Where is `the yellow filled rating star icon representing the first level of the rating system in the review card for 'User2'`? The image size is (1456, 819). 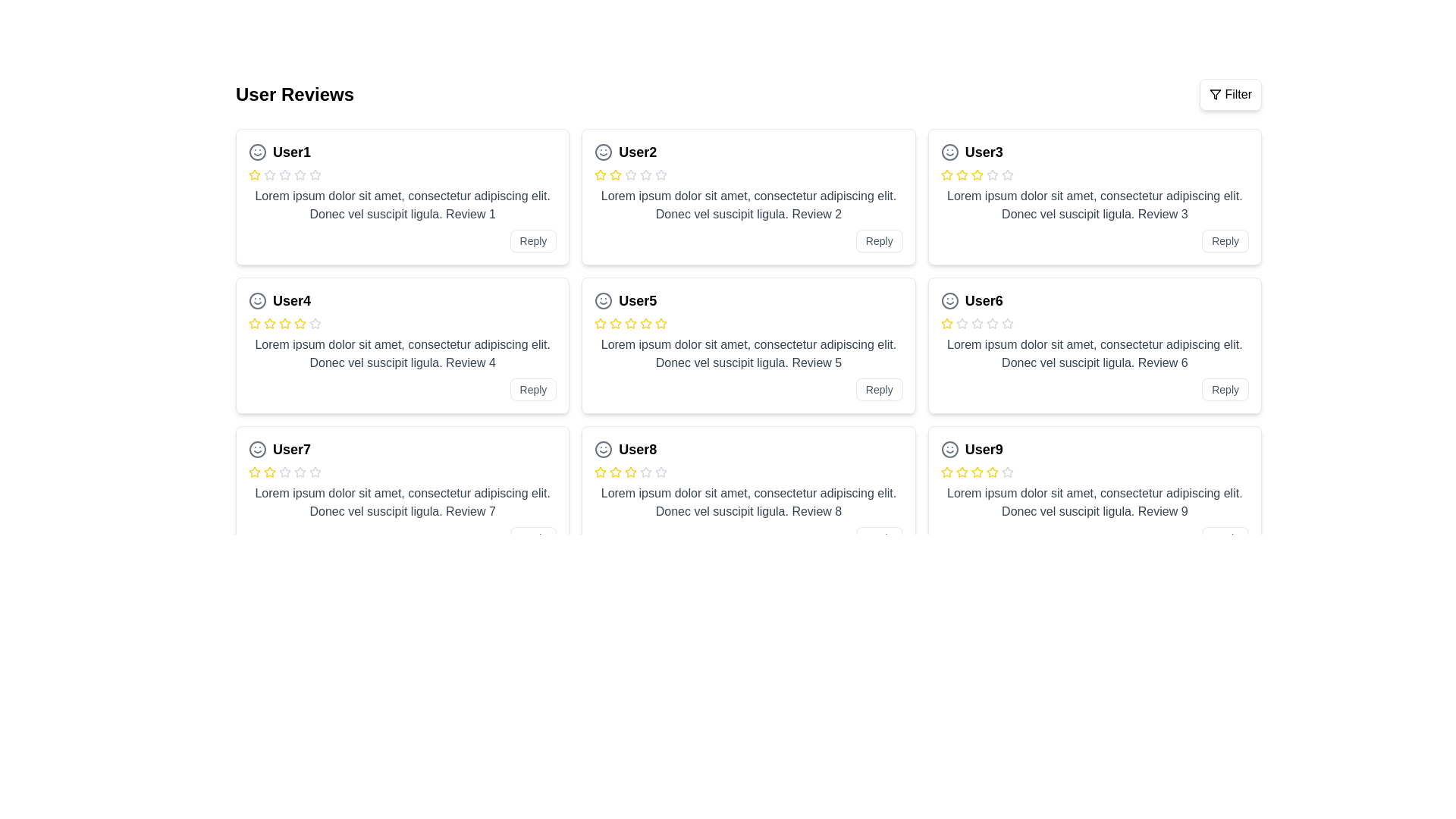
the yellow filled rating star icon representing the first level of the rating system in the review card for 'User2' is located at coordinates (600, 174).